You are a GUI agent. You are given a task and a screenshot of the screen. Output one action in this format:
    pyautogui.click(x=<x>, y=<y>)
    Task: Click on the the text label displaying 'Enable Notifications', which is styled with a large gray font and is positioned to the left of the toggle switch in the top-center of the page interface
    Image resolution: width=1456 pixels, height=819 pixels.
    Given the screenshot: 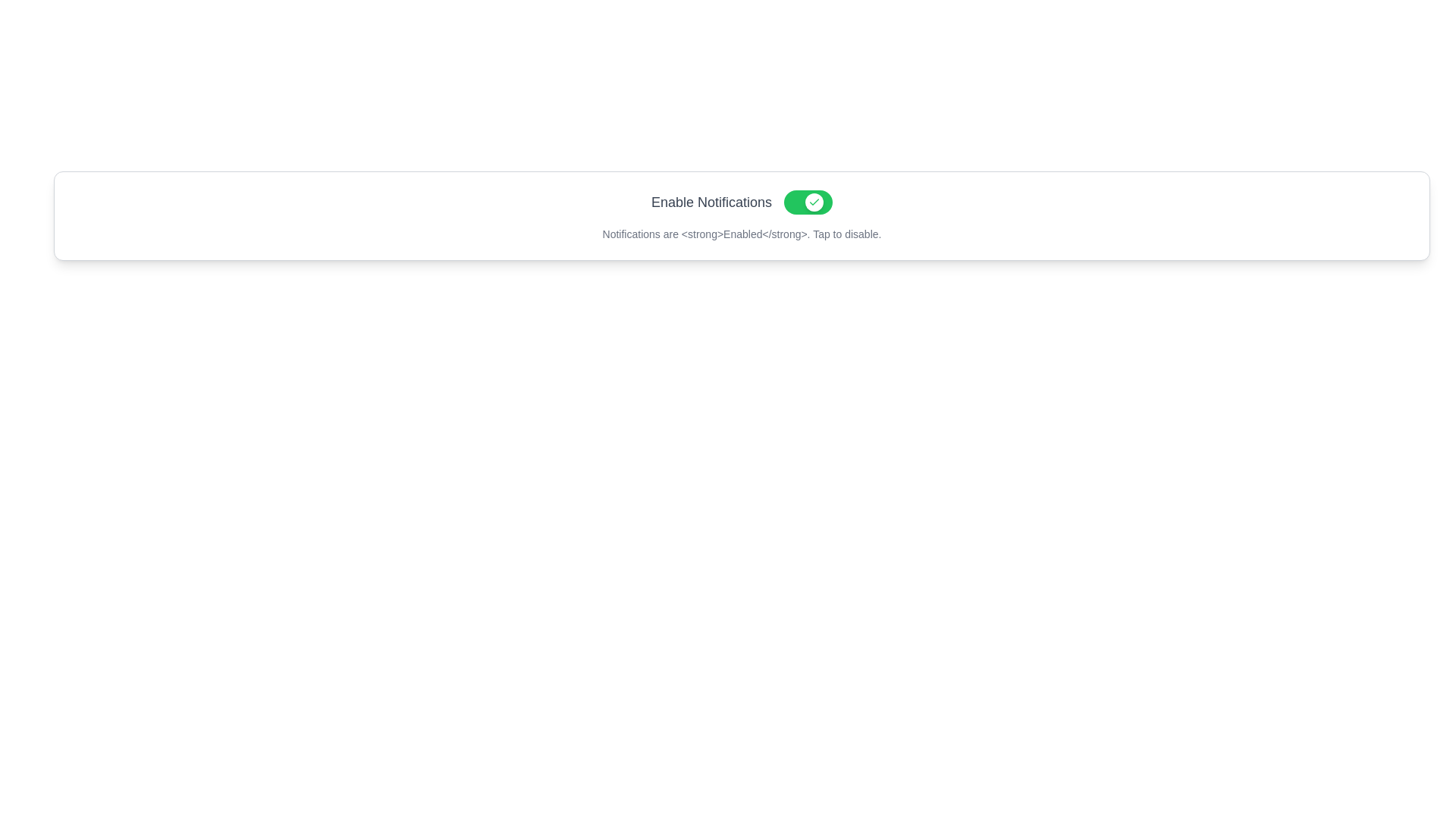 What is the action you would take?
    pyautogui.click(x=711, y=201)
    